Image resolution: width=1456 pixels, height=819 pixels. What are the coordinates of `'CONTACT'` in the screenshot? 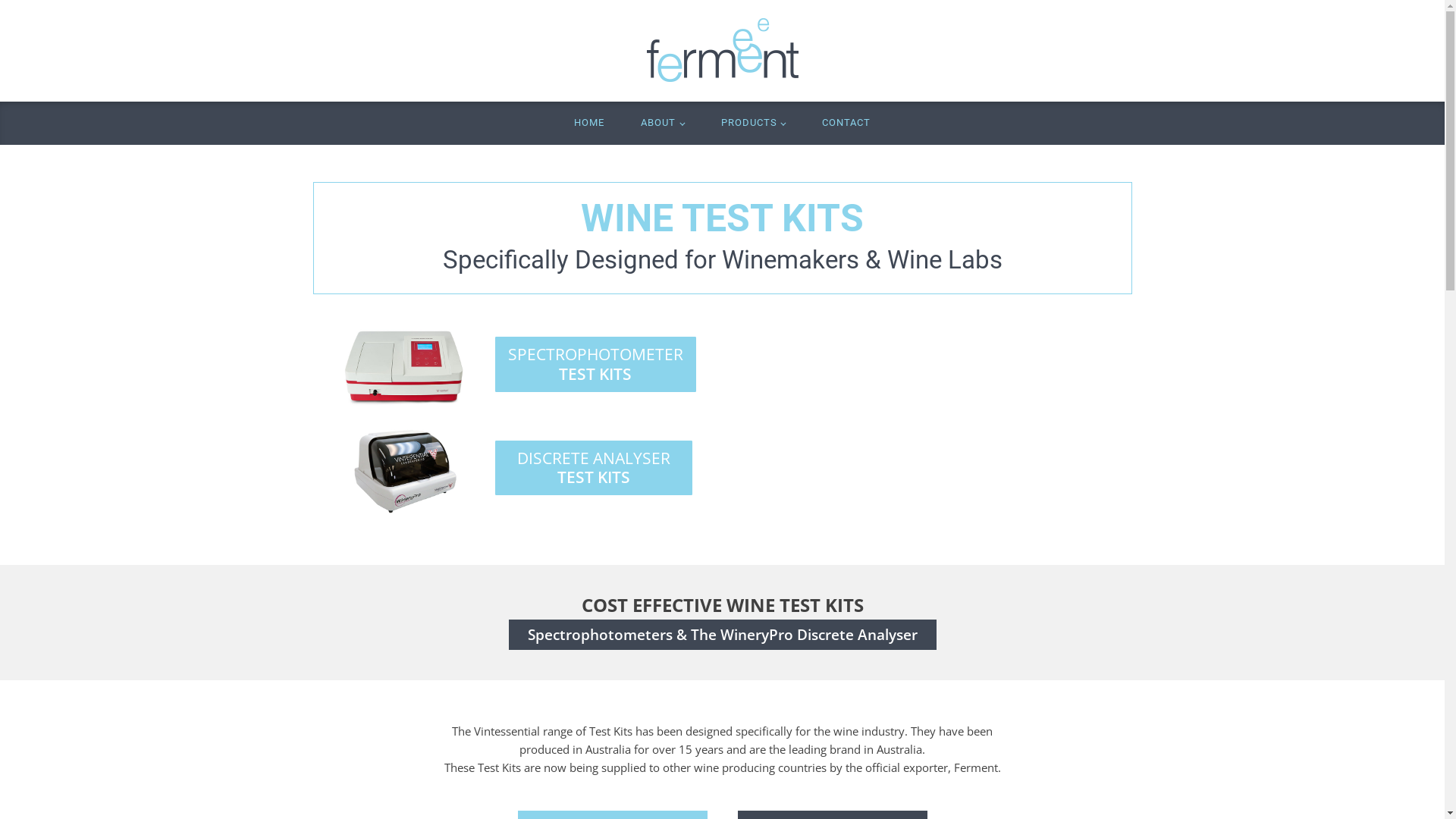 It's located at (803, 122).